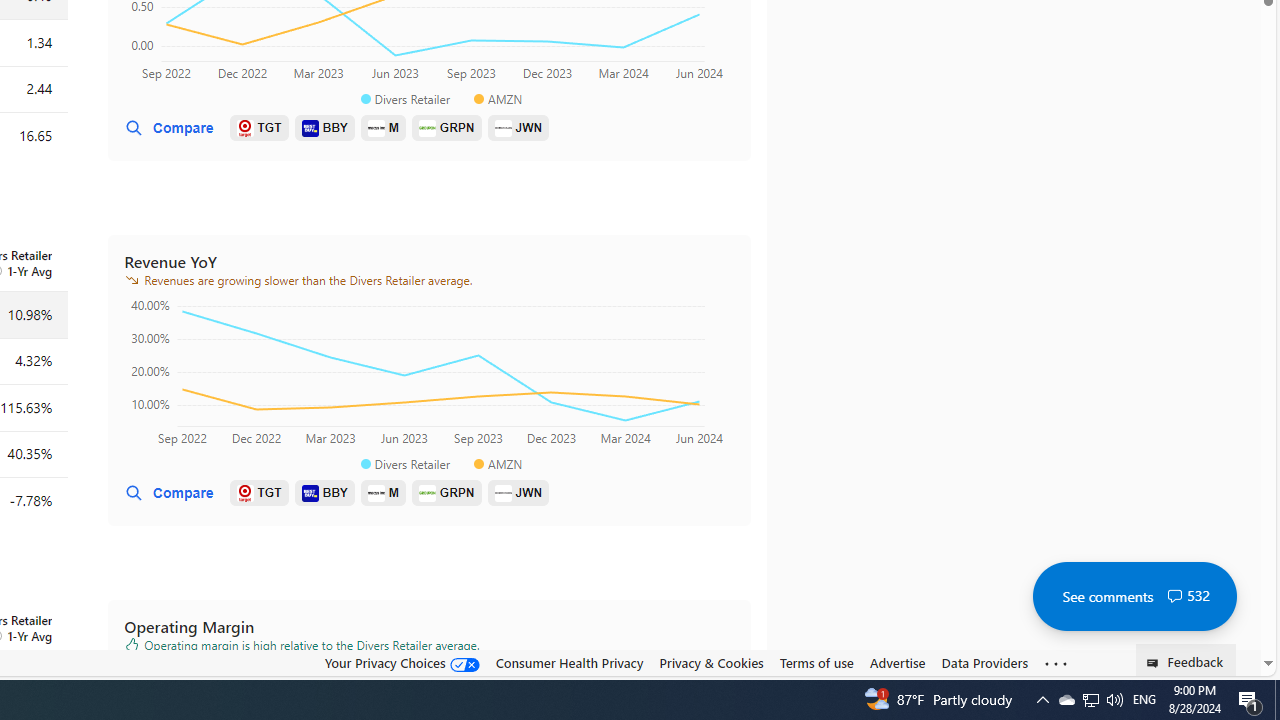 The width and height of the screenshot is (1280, 720). Describe the element at coordinates (711, 662) in the screenshot. I see `'Privacy & Cookies'` at that location.